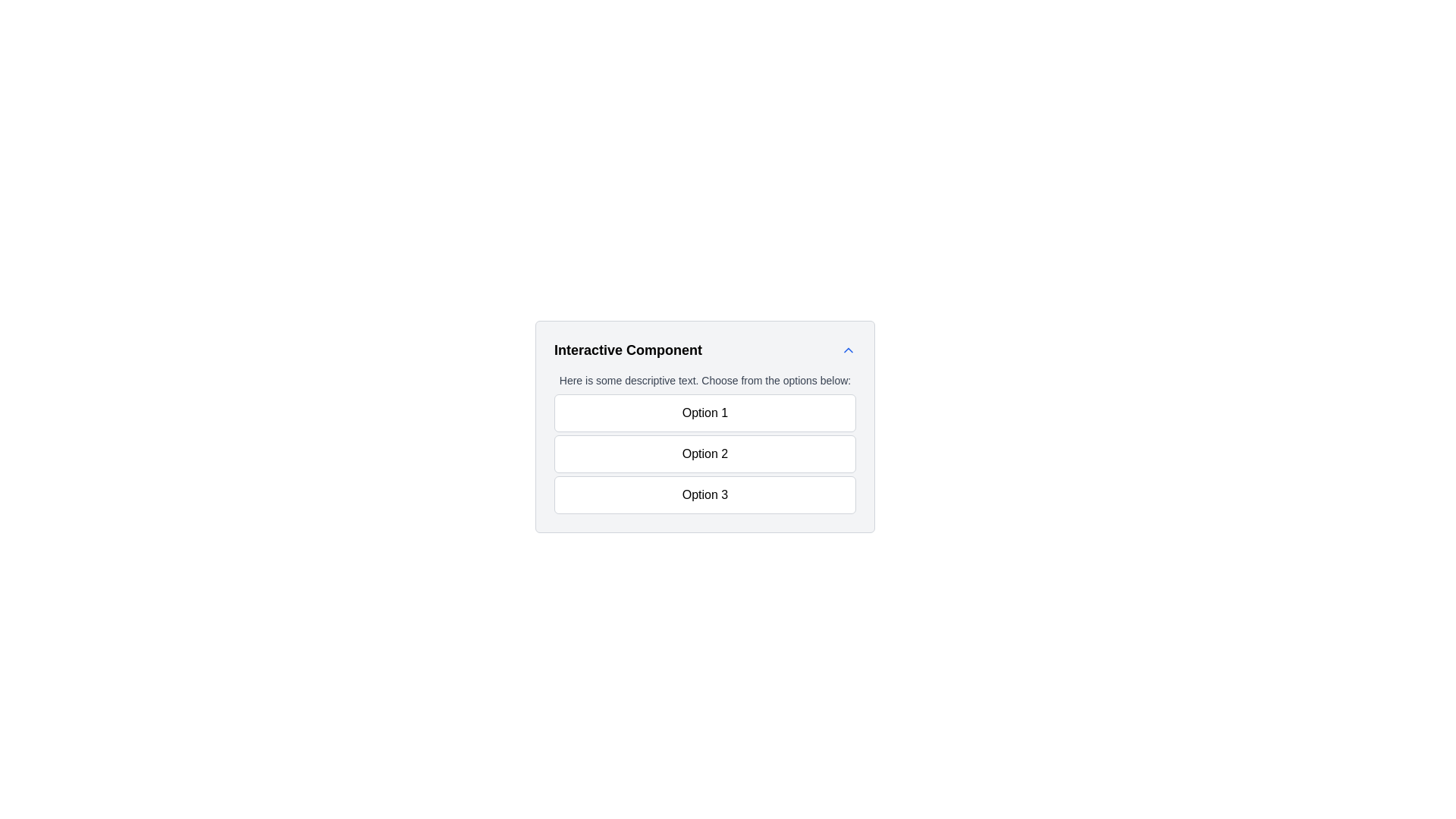 Image resolution: width=1456 pixels, height=819 pixels. What do you see at coordinates (770, 453) in the screenshot?
I see `the second selectable option within the 'Interactive Component' panel` at bounding box center [770, 453].